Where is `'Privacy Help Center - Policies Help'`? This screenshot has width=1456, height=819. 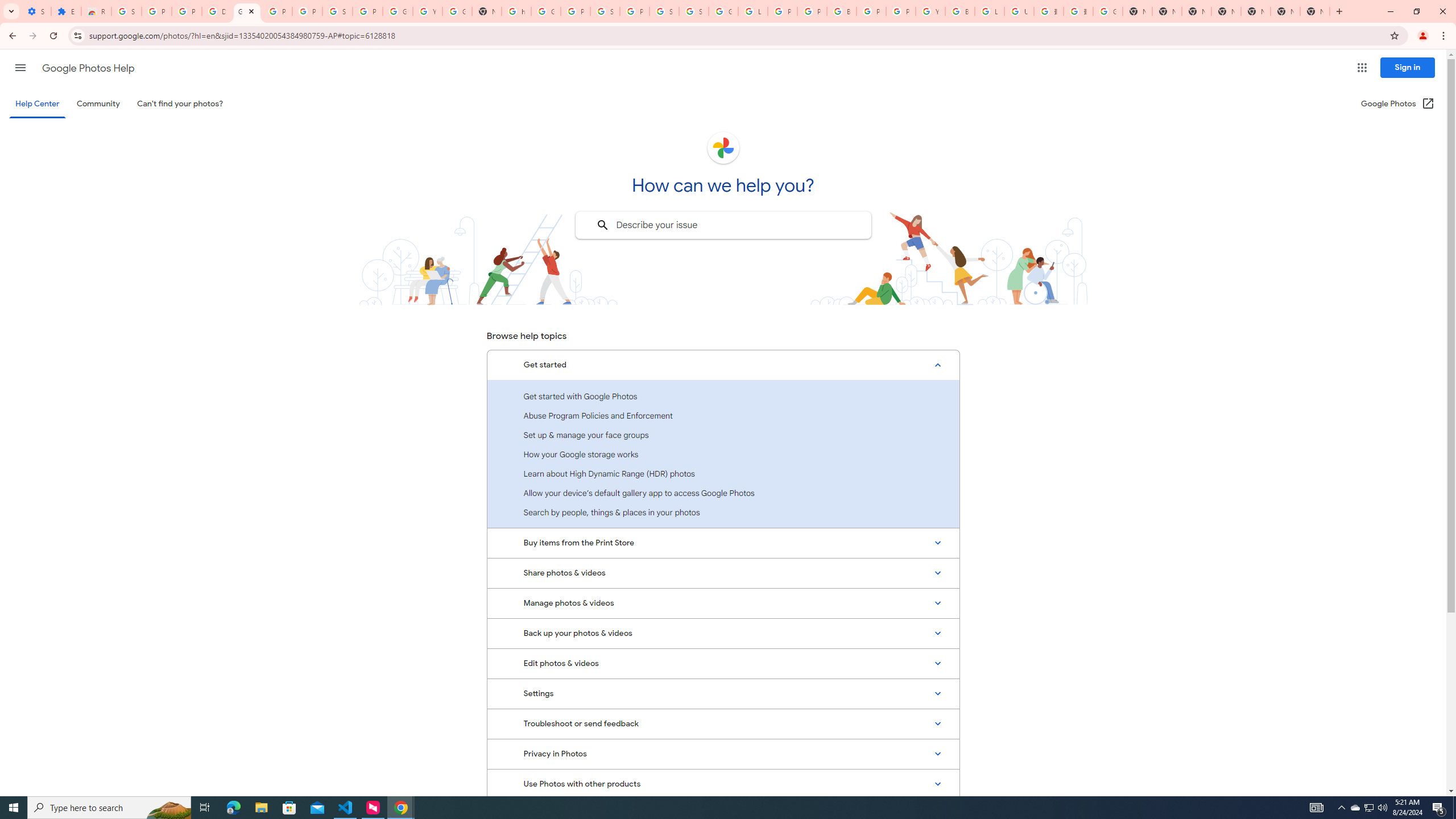 'Privacy Help Center - Policies Help' is located at coordinates (811, 11).